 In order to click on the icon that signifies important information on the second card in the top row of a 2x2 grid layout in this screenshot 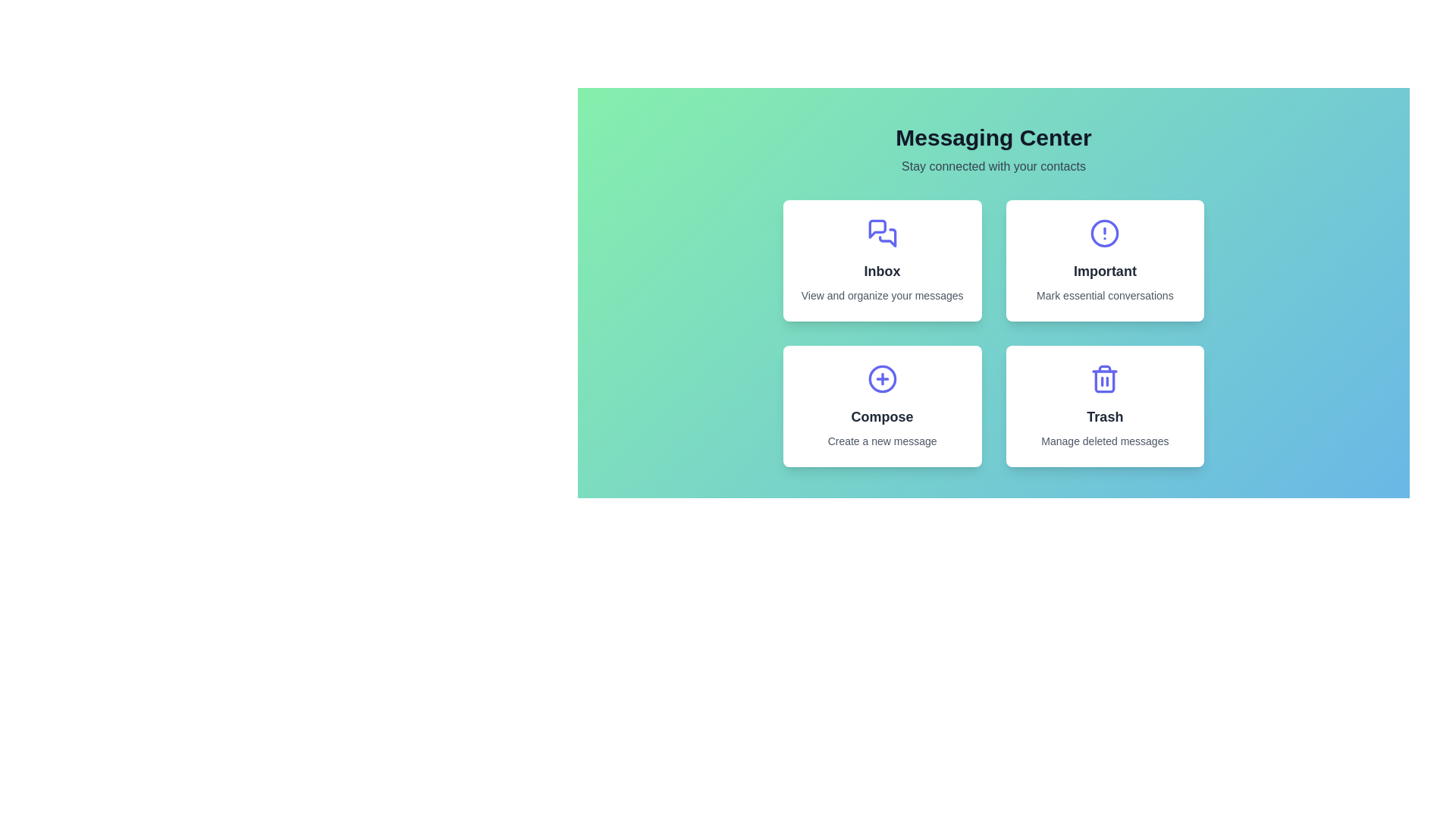, I will do `click(1105, 234)`.